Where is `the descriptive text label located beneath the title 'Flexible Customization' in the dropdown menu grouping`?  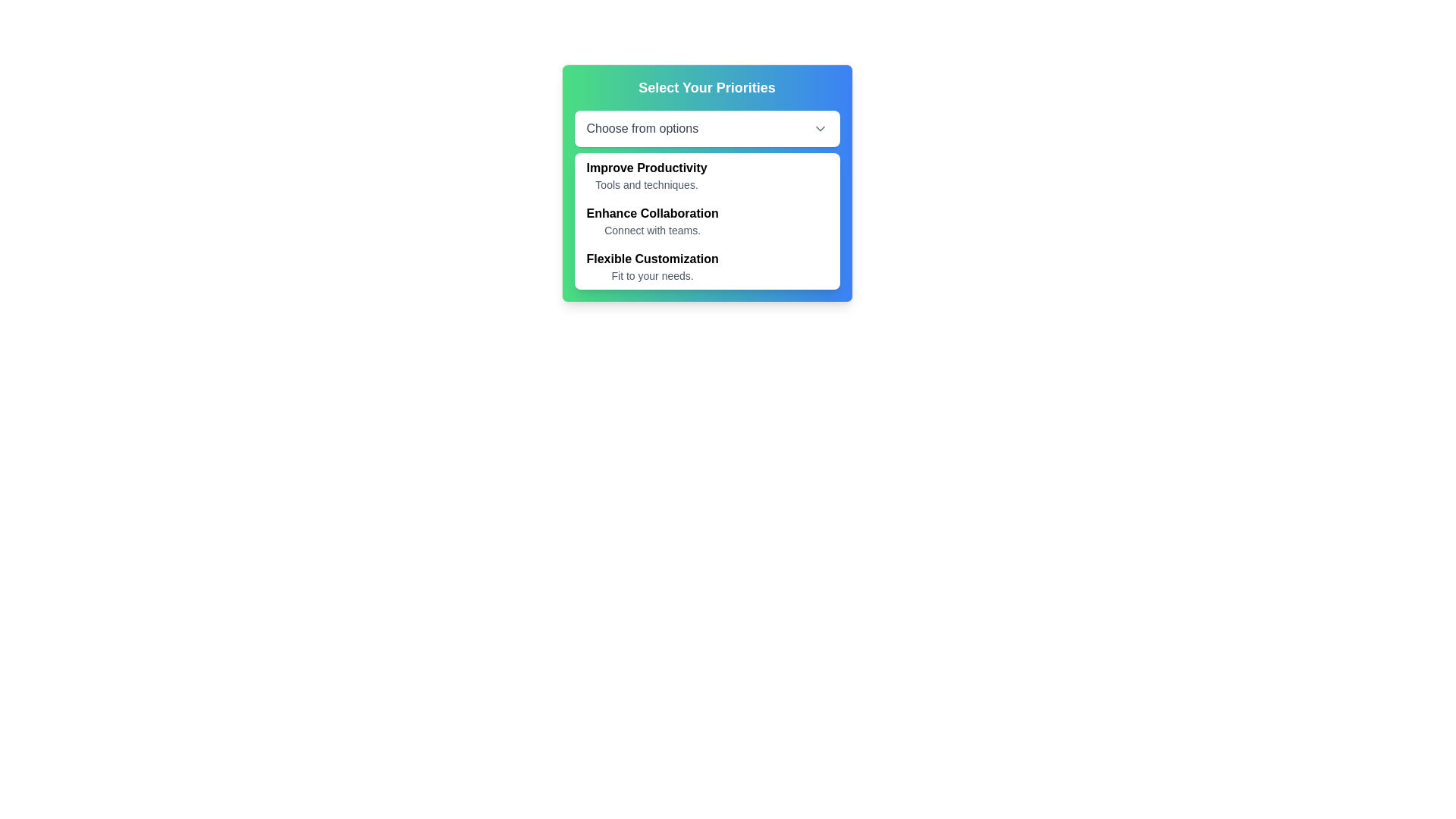 the descriptive text label located beneath the title 'Flexible Customization' in the dropdown menu grouping is located at coordinates (652, 275).